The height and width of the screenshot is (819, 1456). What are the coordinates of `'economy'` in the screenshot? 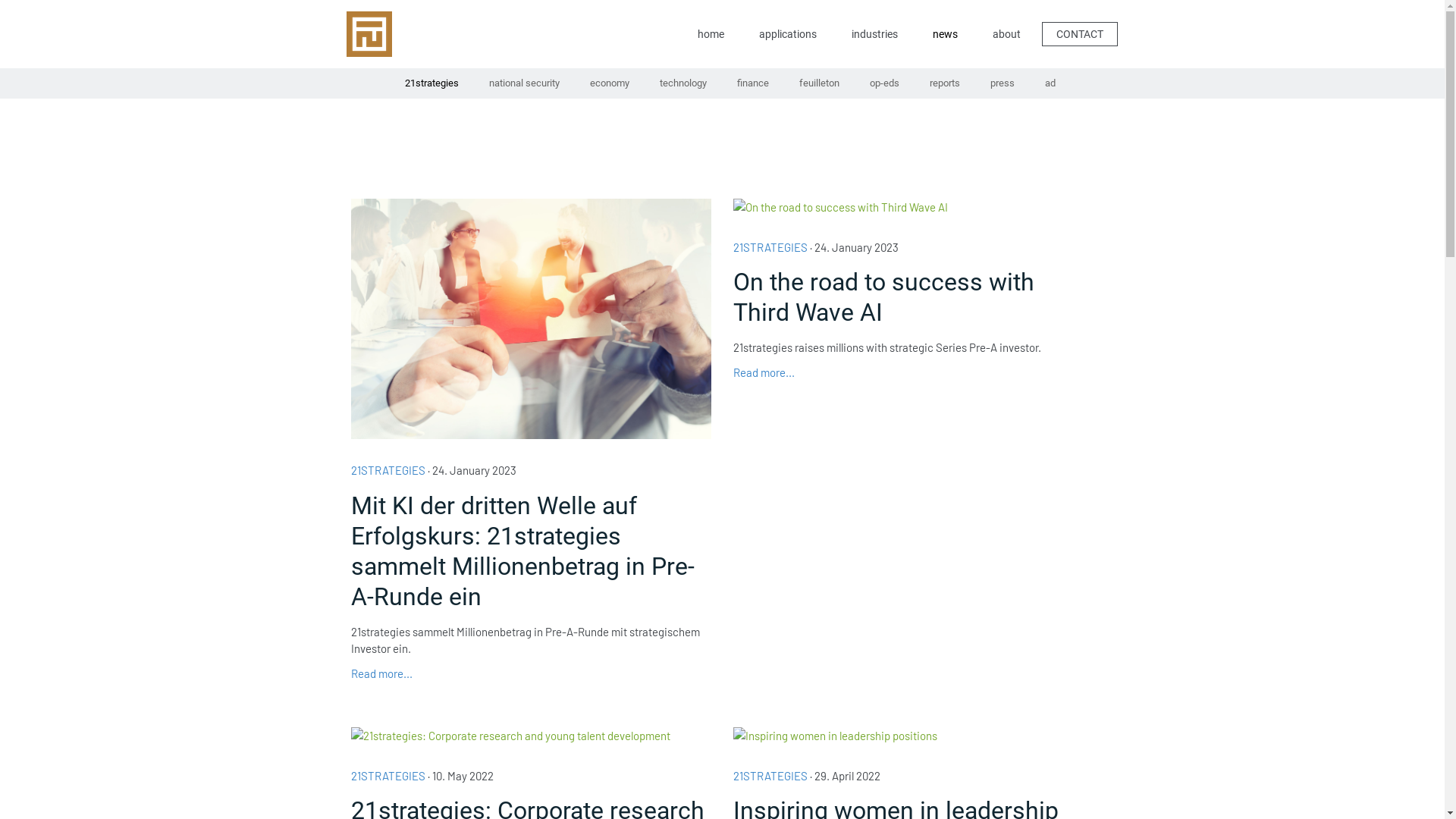 It's located at (609, 83).